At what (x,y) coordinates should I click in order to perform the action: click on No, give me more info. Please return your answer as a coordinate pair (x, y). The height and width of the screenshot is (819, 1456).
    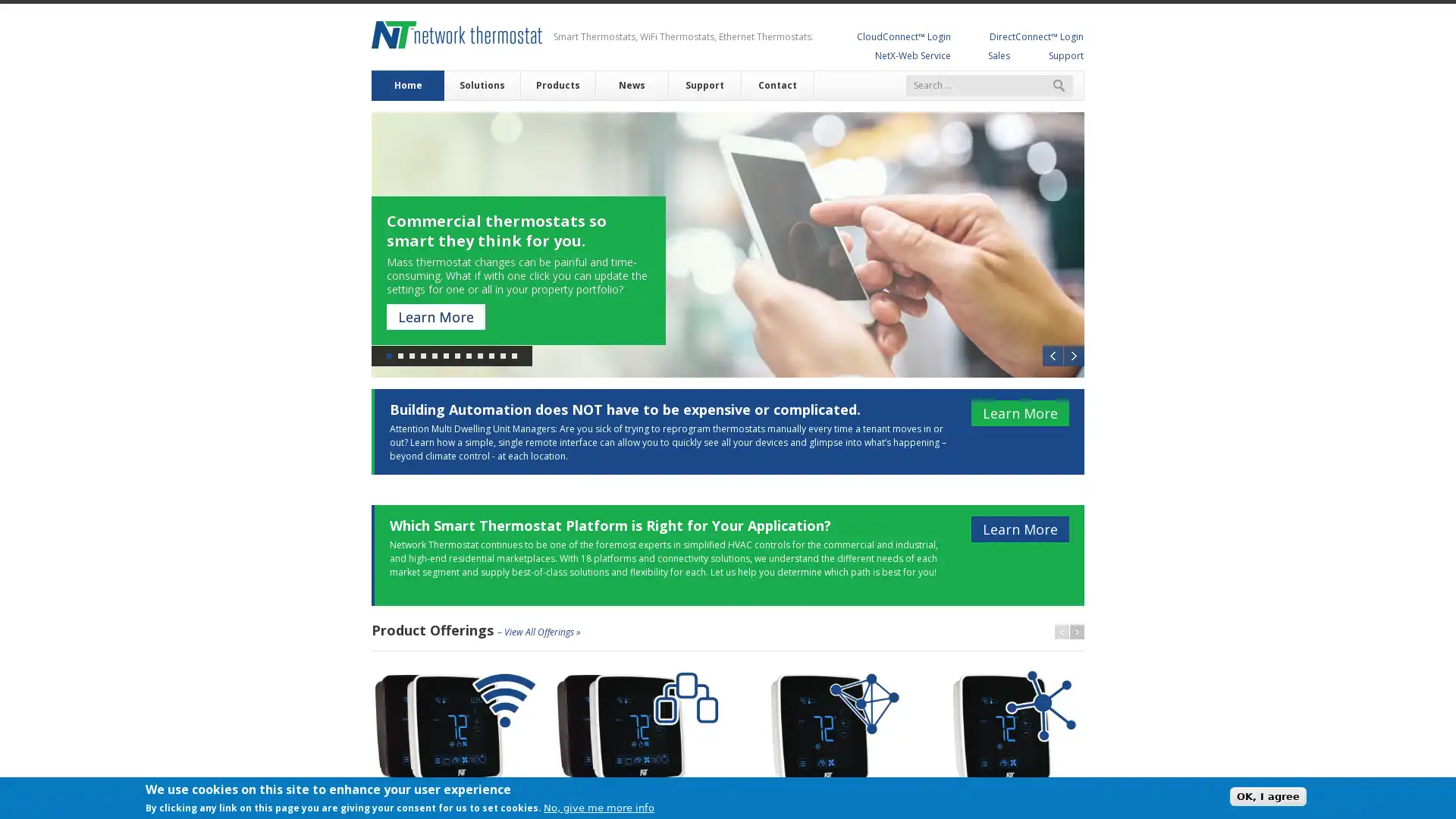
    Looking at the image, I should click on (598, 807).